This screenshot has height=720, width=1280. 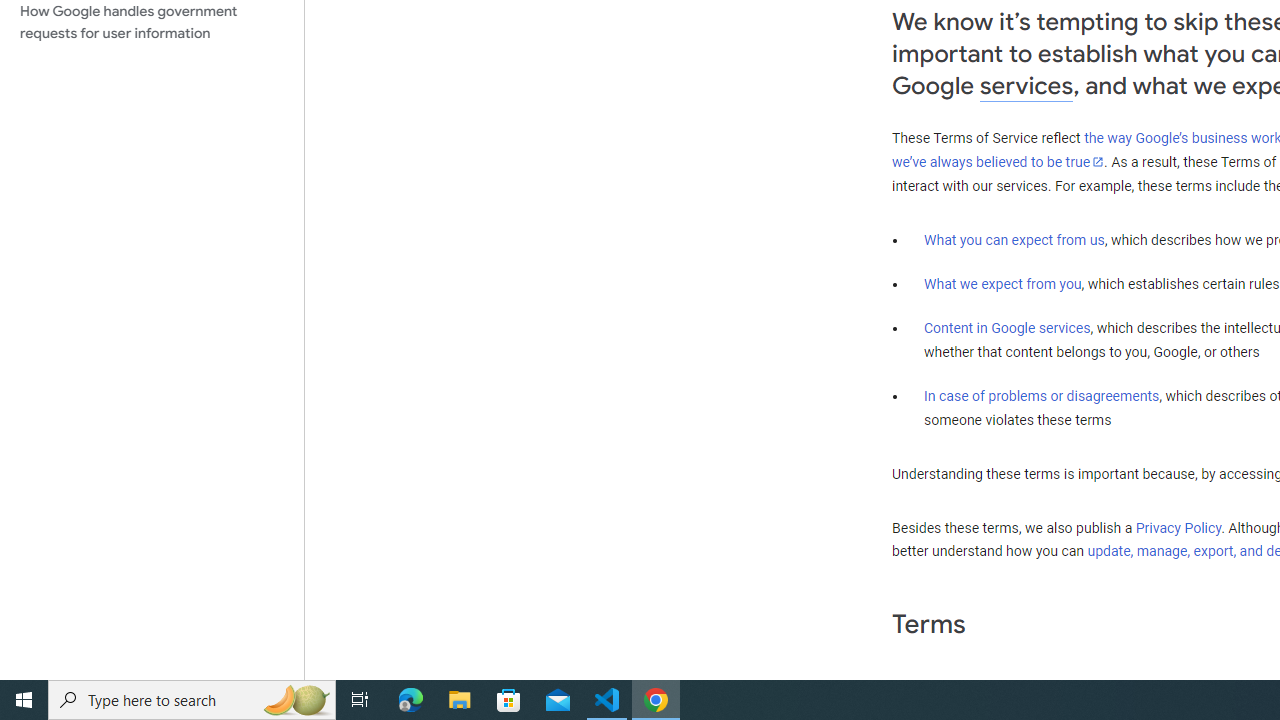 I want to click on 'What we expect from you', so click(x=1002, y=284).